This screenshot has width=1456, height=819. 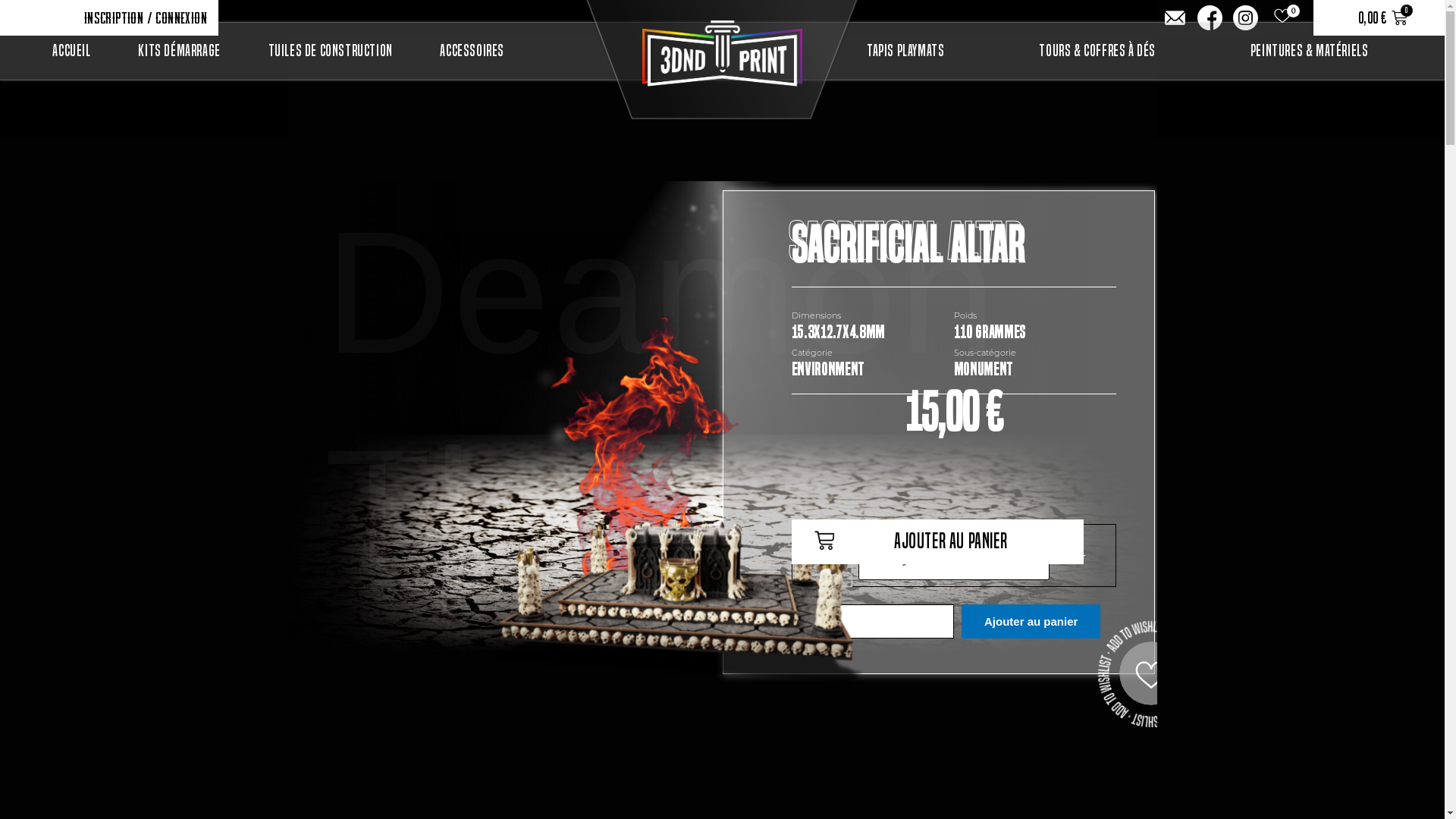 What do you see at coordinates (1263, 15) in the screenshot?
I see `'0'` at bounding box center [1263, 15].